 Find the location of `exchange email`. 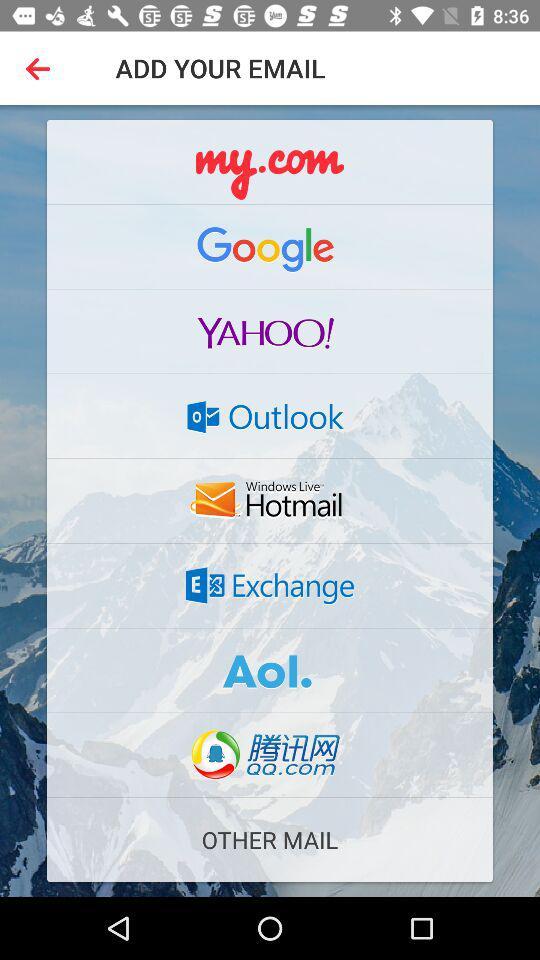

exchange email is located at coordinates (270, 585).